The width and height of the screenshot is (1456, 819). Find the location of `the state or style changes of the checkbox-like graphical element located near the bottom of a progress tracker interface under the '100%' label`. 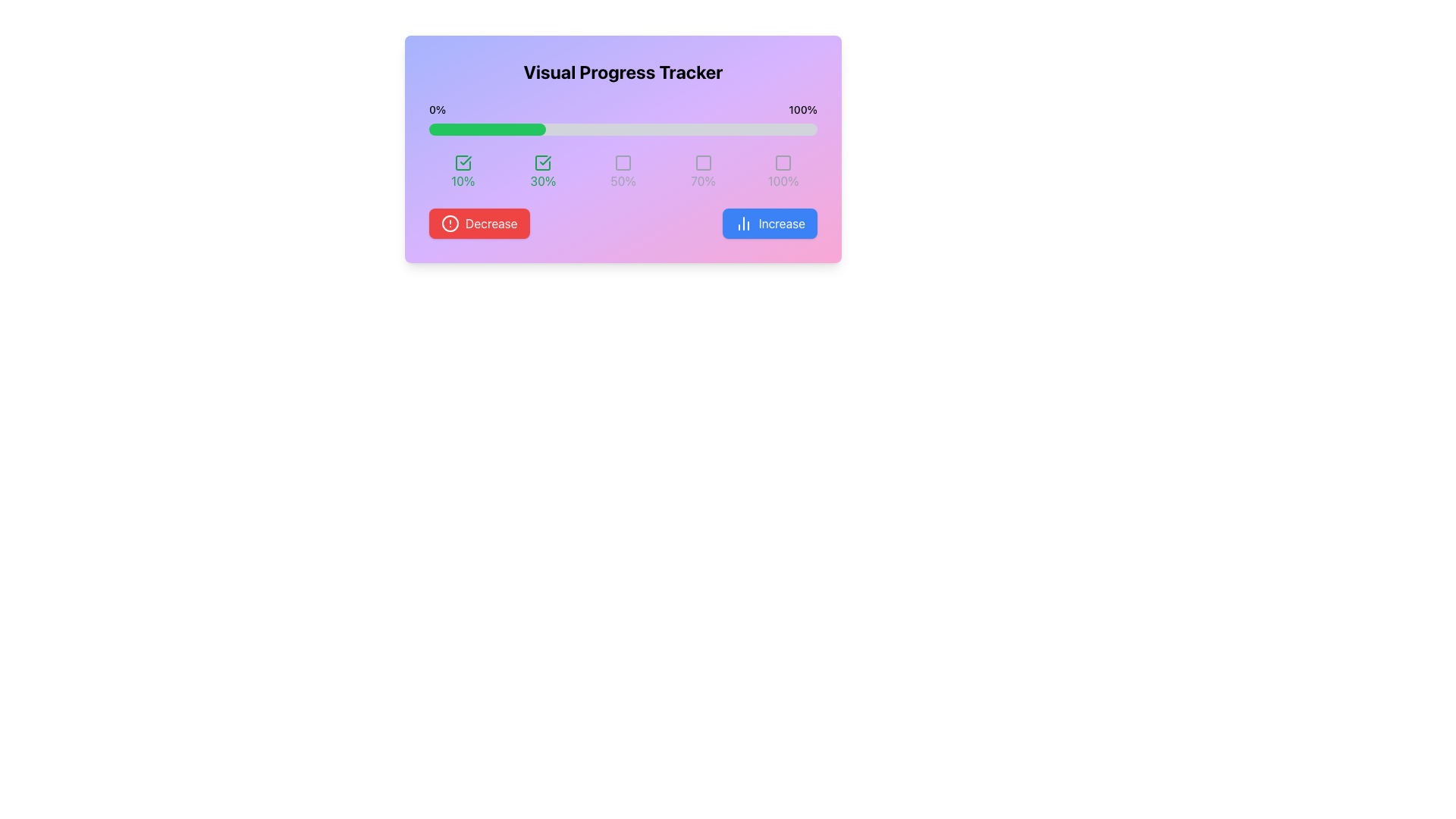

the state or style changes of the checkbox-like graphical element located near the bottom of a progress tracker interface under the '100%' label is located at coordinates (783, 163).